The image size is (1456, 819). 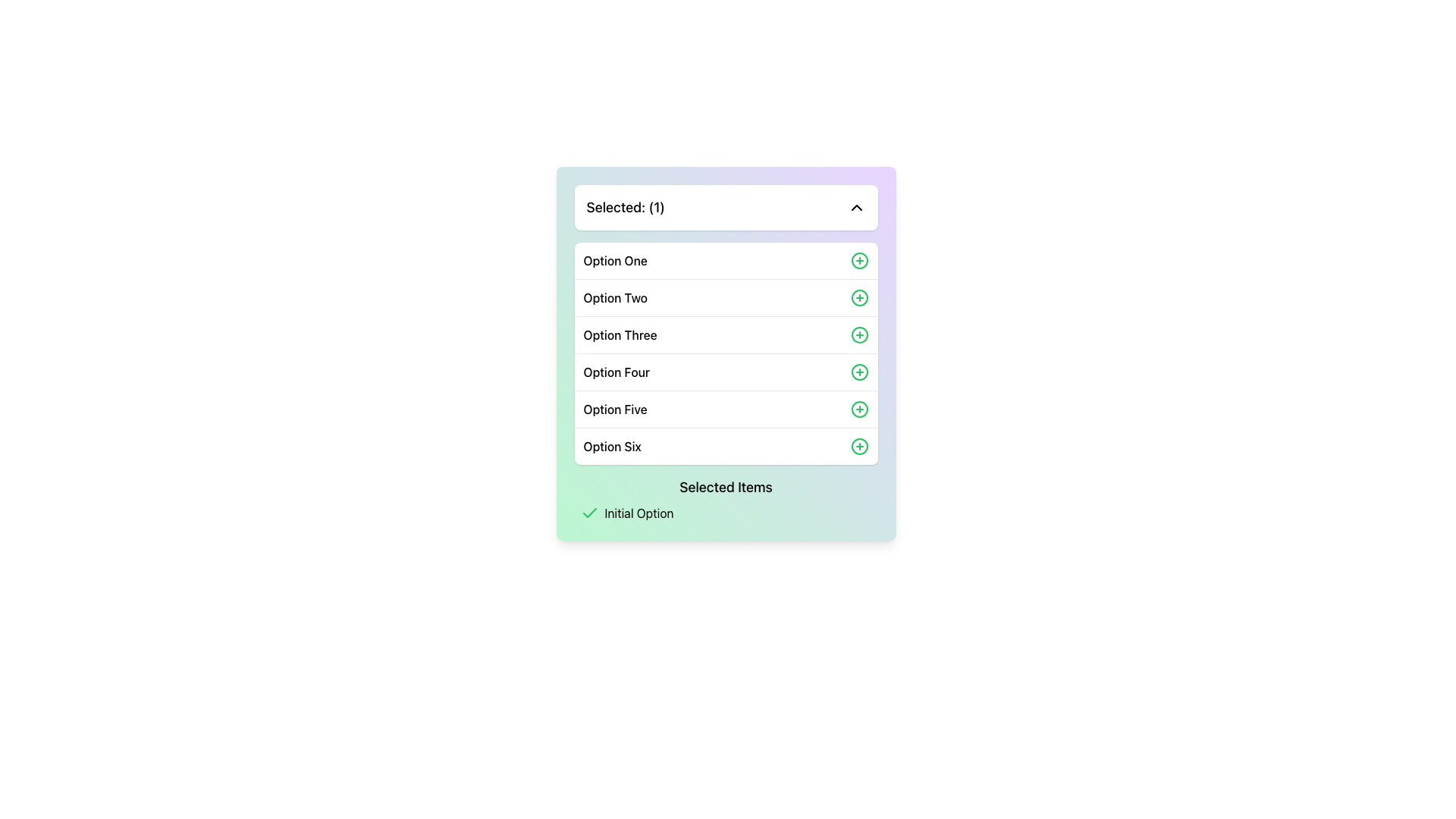 What do you see at coordinates (729, 513) in the screenshot?
I see `the list item labeled 'Initial Option' which is visually distinguished by a checkmark indicating its active status, located in the 'Selected Items' section at the bottom of the interface` at bounding box center [729, 513].